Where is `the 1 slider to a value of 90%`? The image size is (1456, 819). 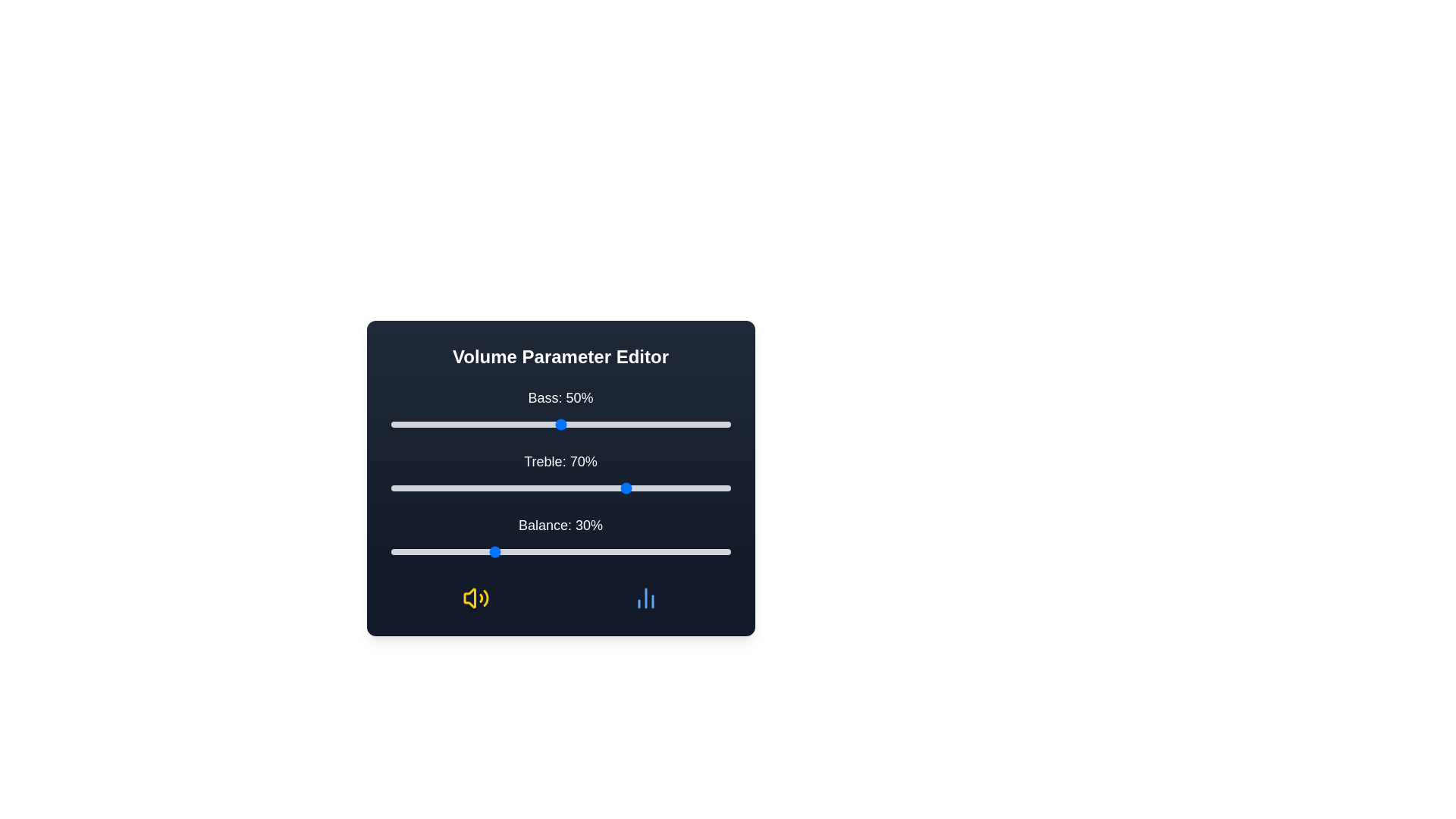
the 1 slider to a value of 90% is located at coordinates (695, 488).